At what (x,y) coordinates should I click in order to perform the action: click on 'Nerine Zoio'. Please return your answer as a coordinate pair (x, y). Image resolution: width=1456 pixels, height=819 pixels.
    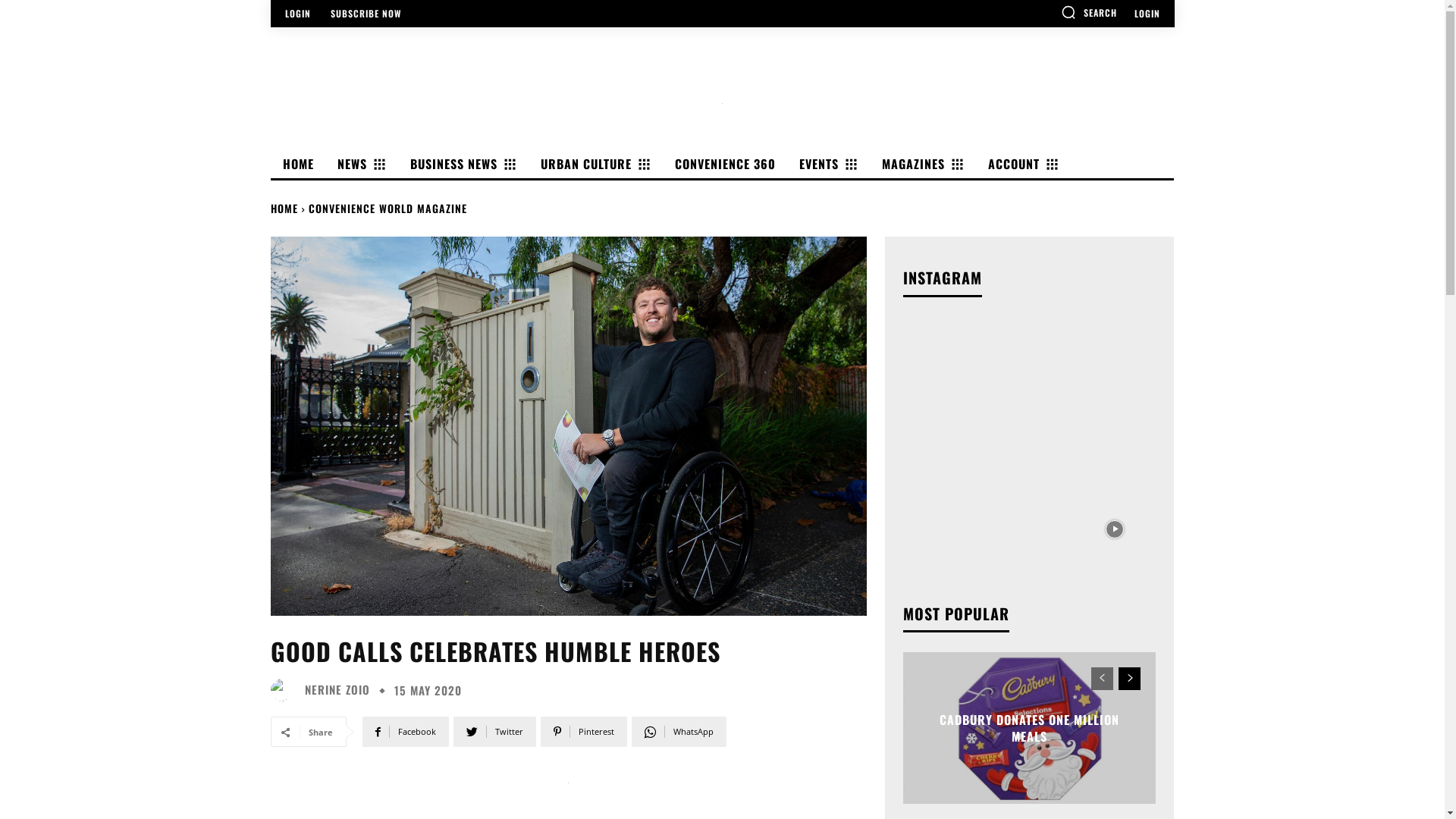
    Looking at the image, I should click on (269, 690).